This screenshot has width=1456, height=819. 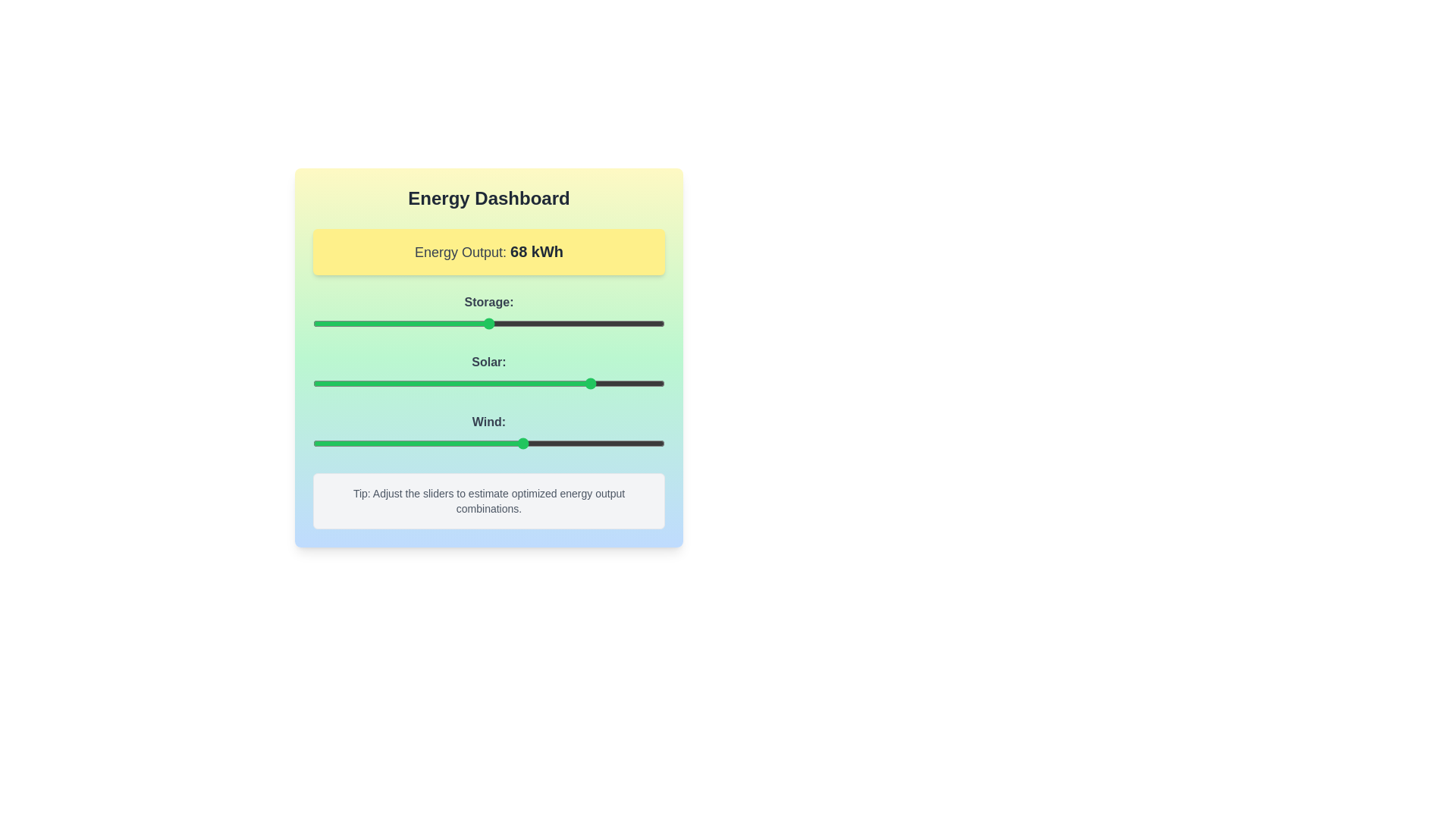 I want to click on the 'Storage' slider to 70, so click(x=558, y=323).